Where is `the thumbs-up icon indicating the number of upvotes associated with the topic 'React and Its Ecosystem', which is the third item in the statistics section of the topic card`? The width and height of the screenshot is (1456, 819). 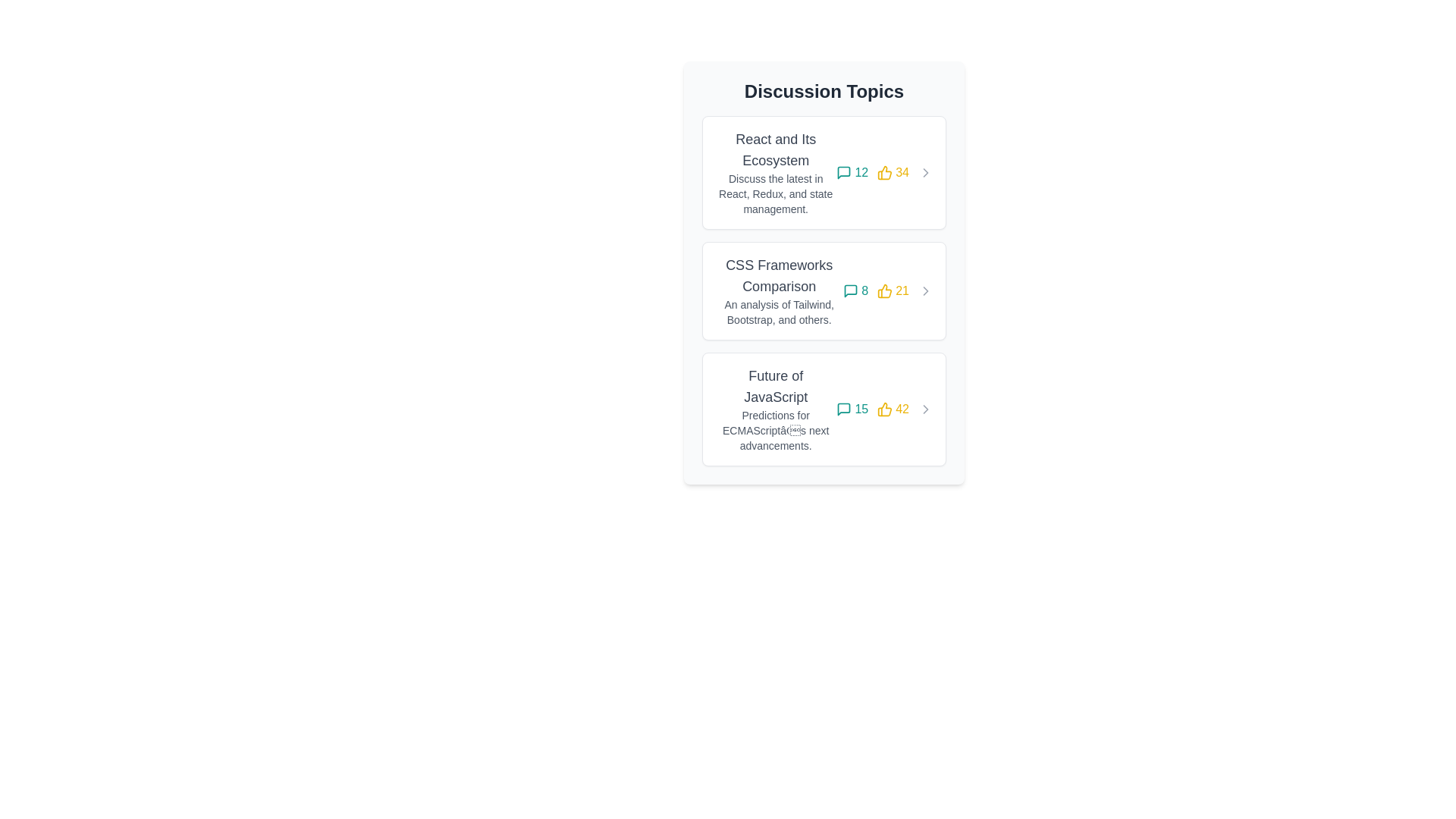 the thumbs-up icon indicating the number of upvotes associated with the topic 'React and Its Ecosystem', which is the third item in the statistics section of the topic card is located at coordinates (885, 171).